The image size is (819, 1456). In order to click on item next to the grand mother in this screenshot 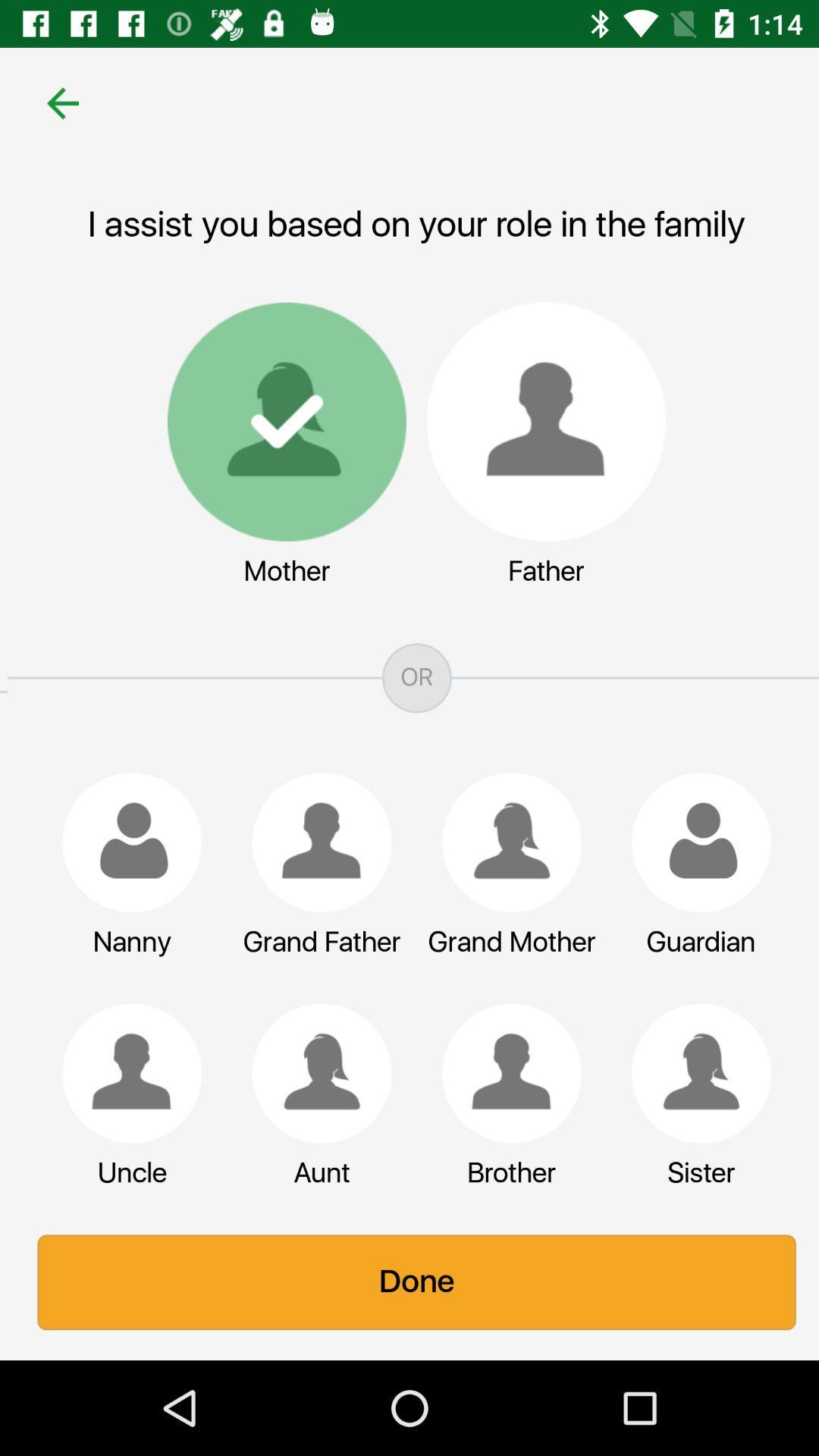, I will do `click(694, 842)`.